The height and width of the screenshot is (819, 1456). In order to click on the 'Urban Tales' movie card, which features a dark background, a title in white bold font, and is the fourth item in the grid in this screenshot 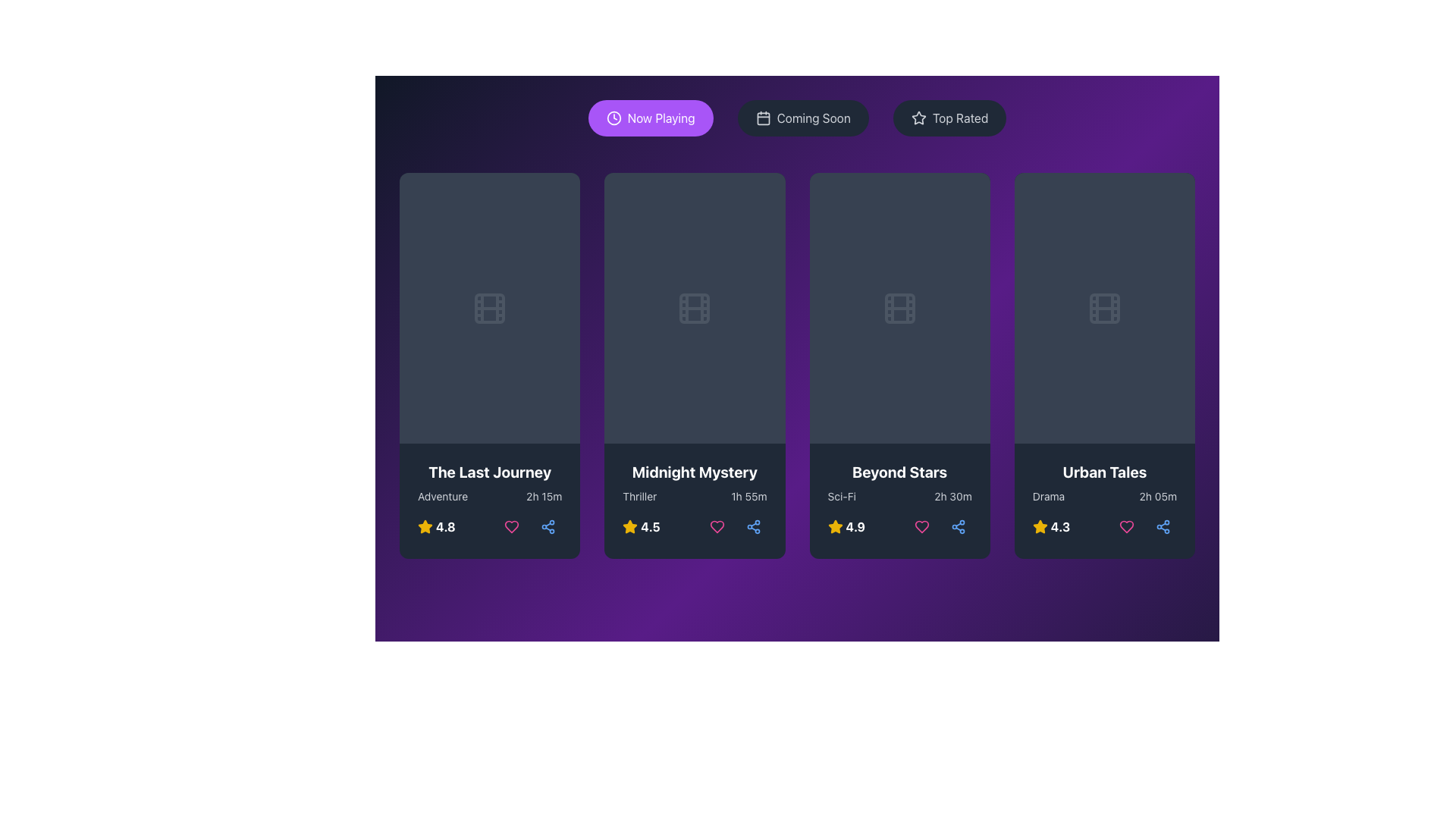, I will do `click(1104, 366)`.